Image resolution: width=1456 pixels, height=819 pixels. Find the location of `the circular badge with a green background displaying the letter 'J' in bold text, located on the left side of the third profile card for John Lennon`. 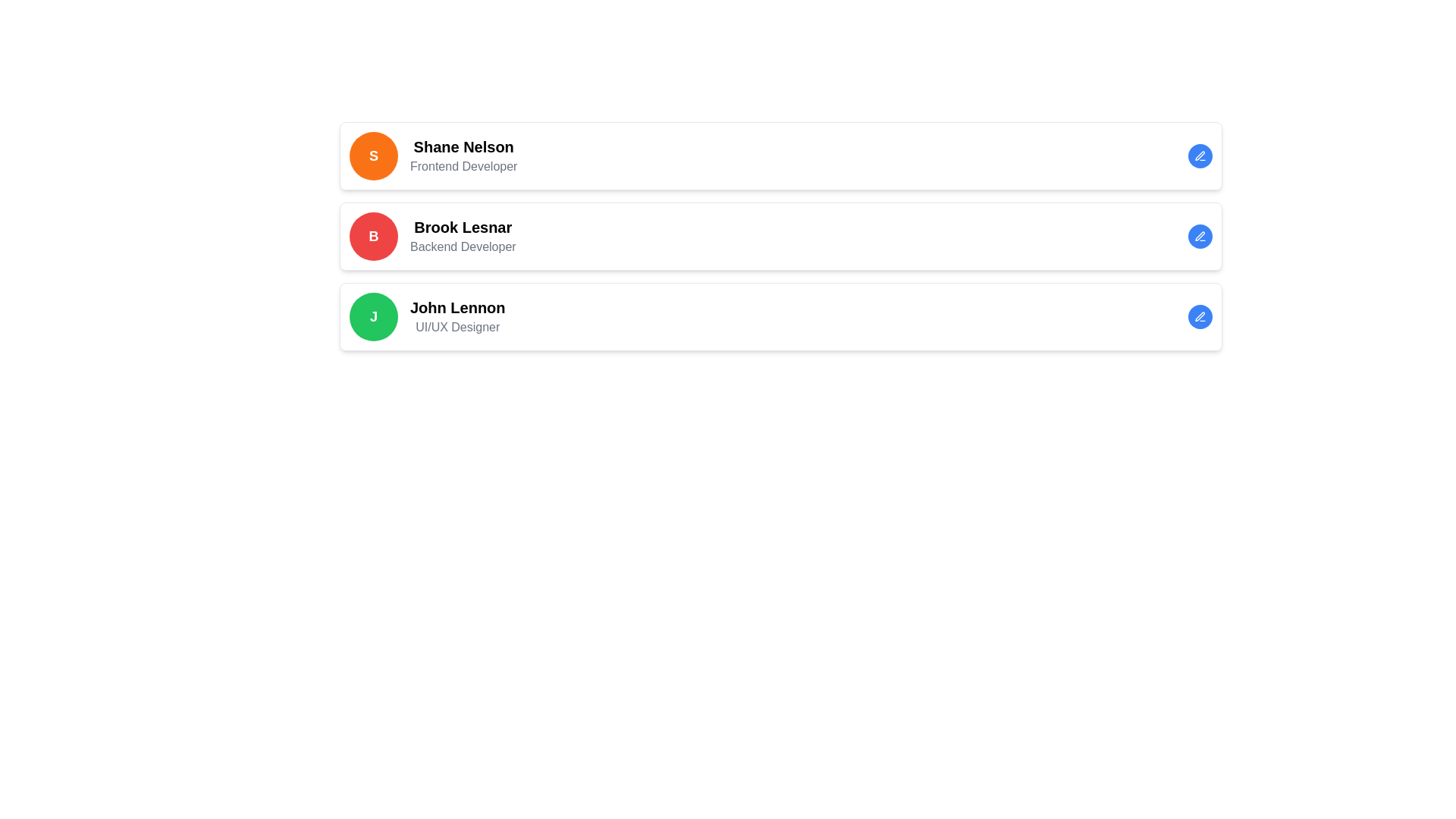

the circular badge with a green background displaying the letter 'J' in bold text, located on the left side of the third profile card for John Lennon is located at coordinates (374, 315).